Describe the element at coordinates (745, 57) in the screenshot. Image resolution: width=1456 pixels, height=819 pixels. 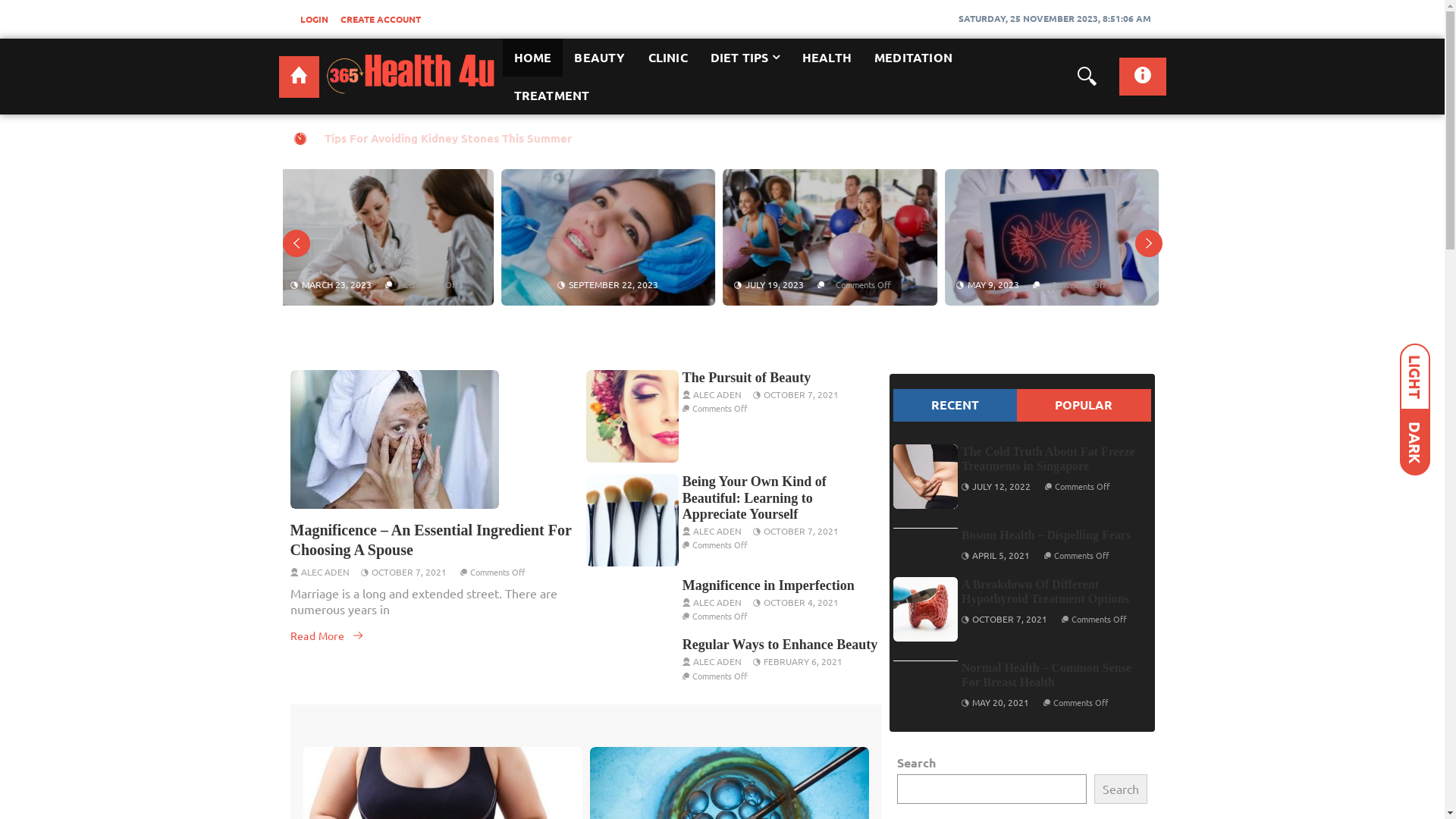
I see `'DIET TIPS'` at that location.